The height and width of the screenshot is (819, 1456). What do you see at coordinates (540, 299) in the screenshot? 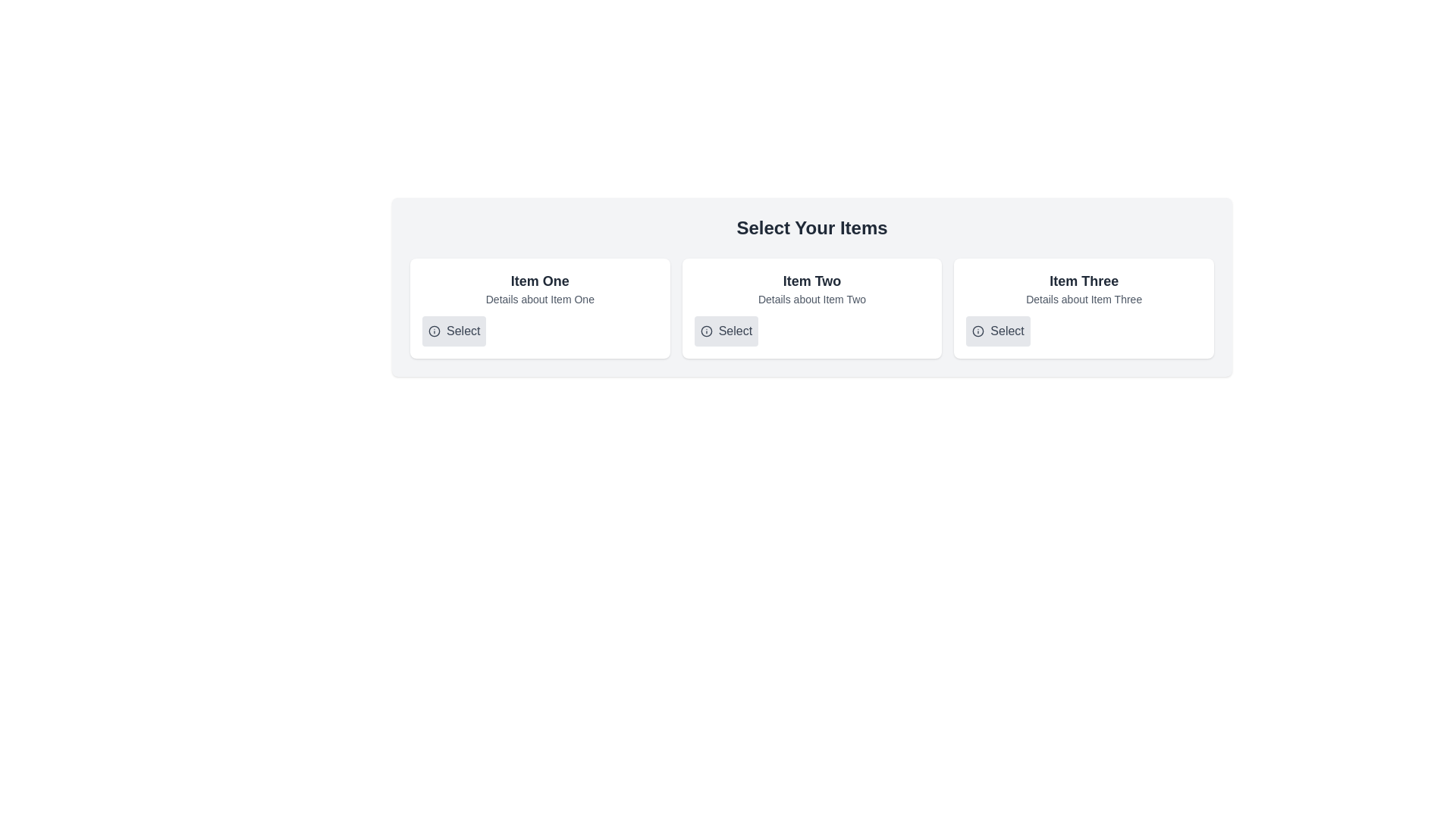
I see `the informational text label that provides details about 'Item One', positioned below its title in the card under 'Select Your Items'` at bounding box center [540, 299].